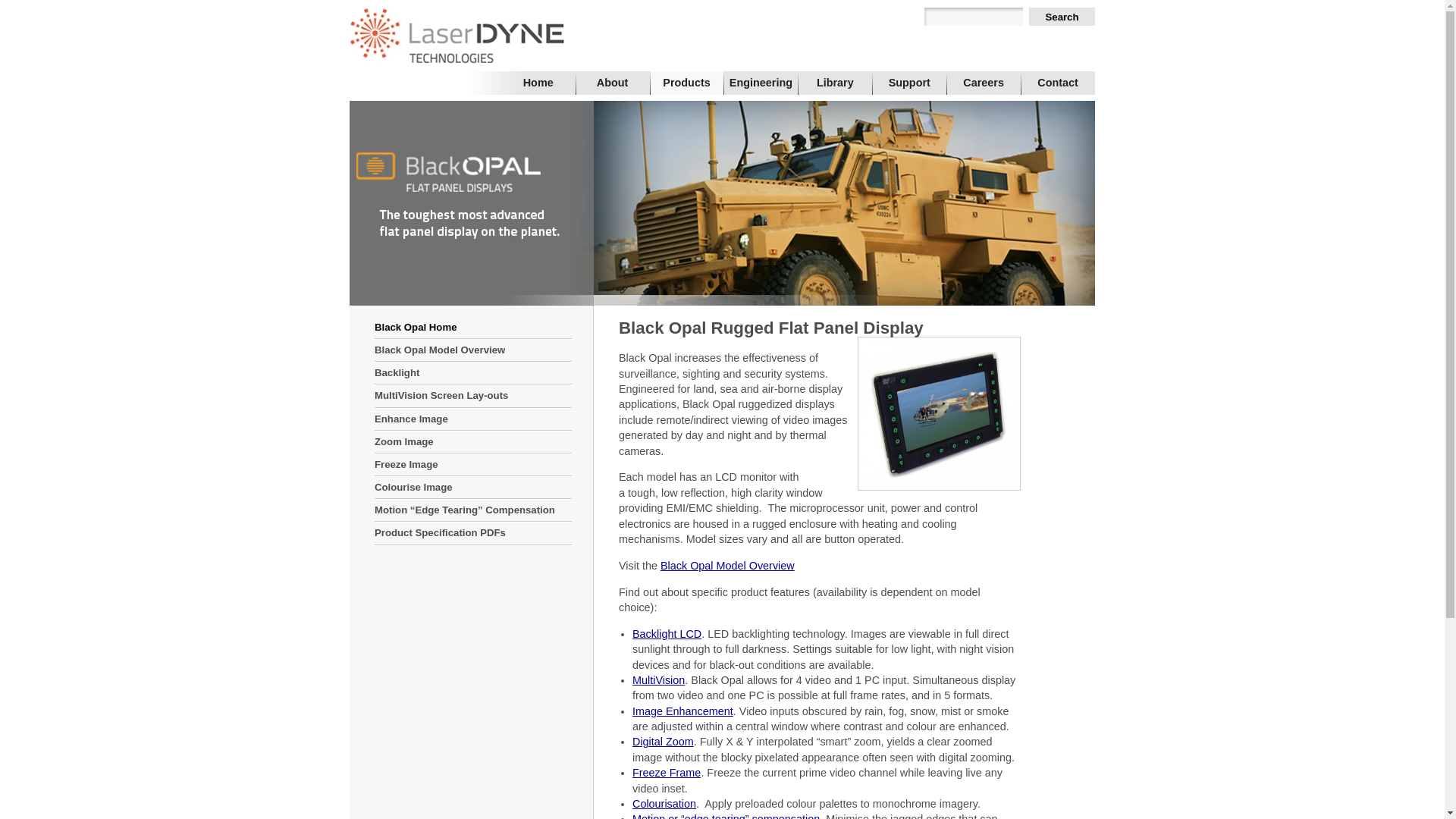  Describe the element at coordinates (833, 83) in the screenshot. I see `'Library'` at that location.